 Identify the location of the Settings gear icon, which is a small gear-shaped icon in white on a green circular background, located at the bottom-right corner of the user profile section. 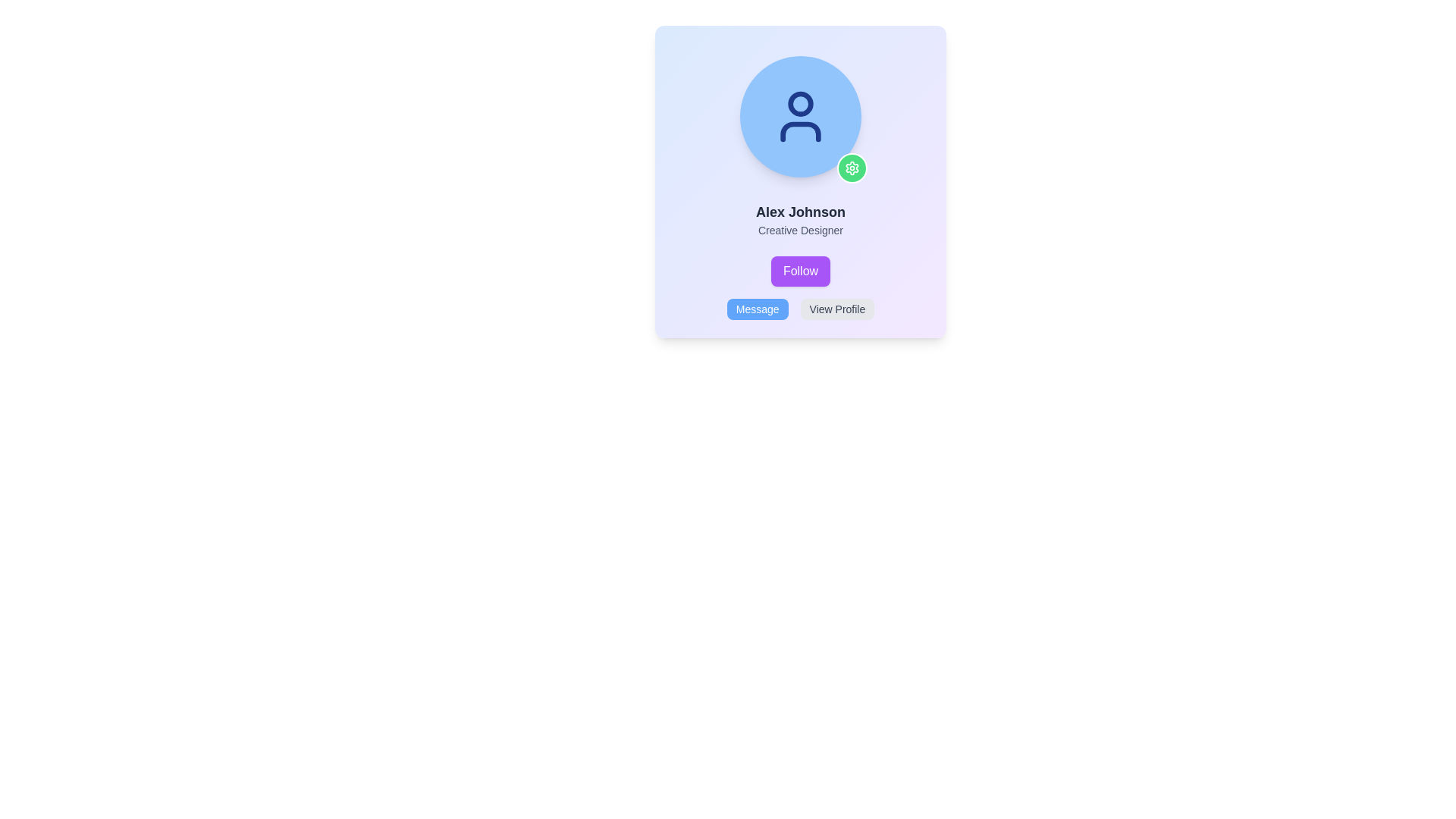
(852, 168).